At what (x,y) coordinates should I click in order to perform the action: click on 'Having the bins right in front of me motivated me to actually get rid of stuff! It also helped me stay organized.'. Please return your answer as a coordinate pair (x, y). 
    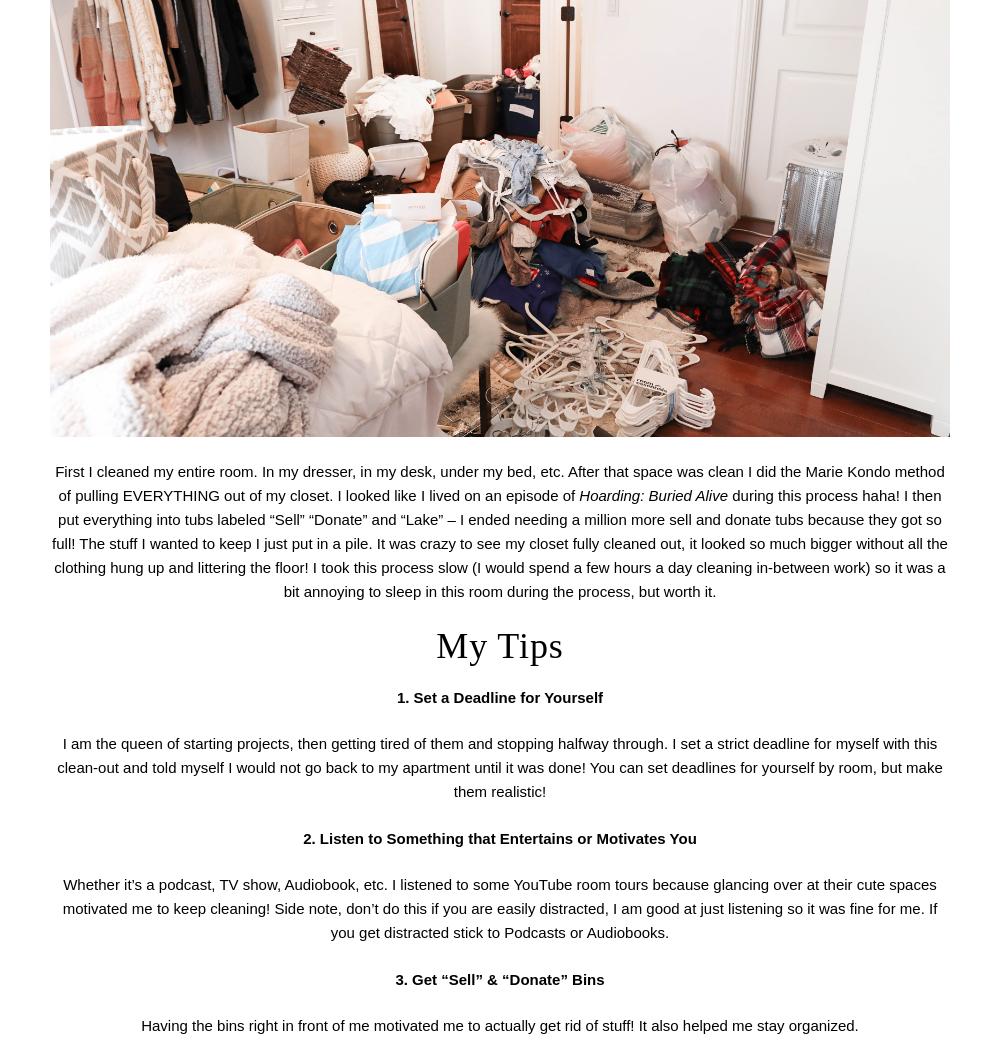
    Looking at the image, I should click on (498, 1025).